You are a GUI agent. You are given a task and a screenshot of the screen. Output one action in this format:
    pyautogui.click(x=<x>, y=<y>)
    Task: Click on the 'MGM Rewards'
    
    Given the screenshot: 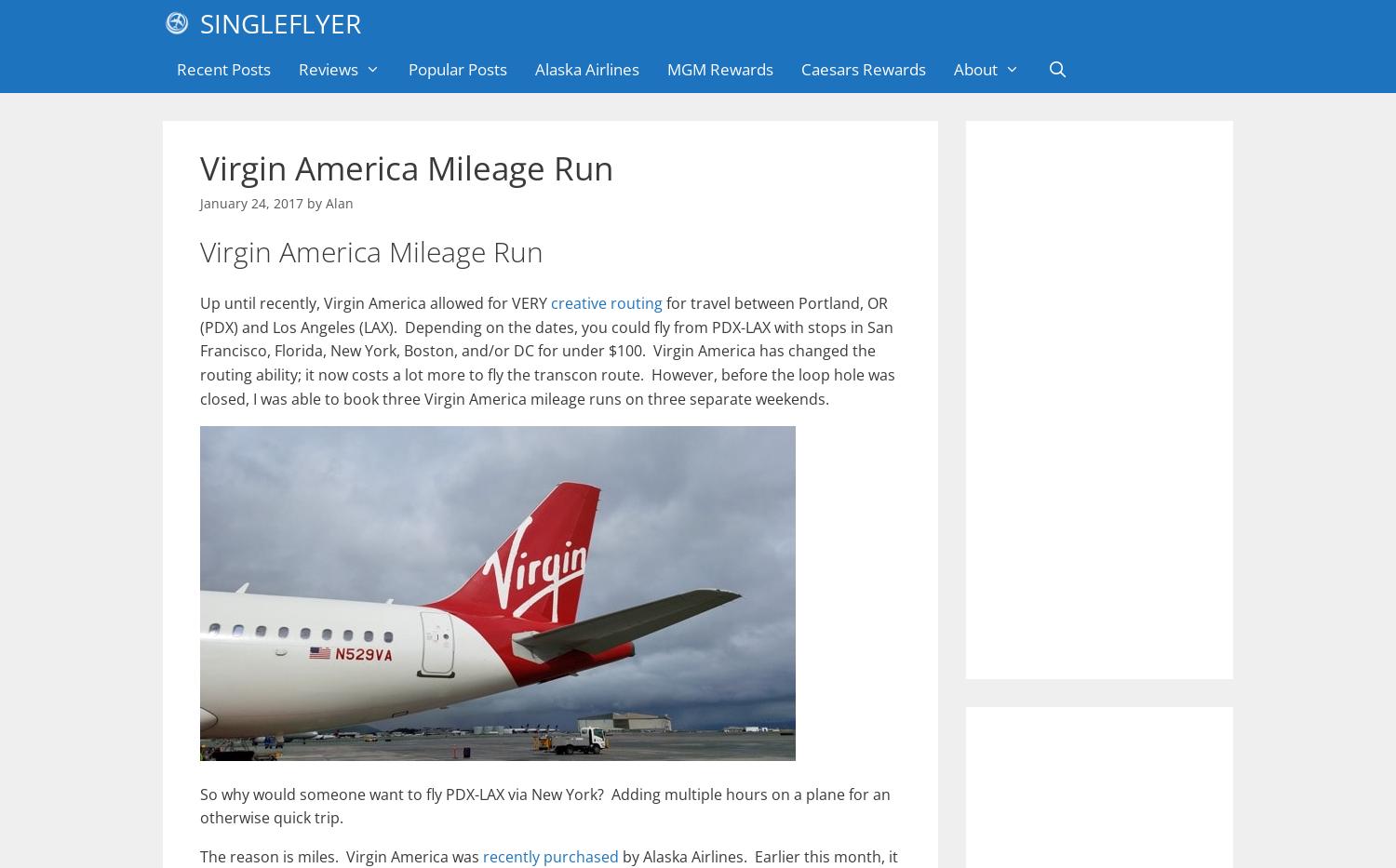 What is the action you would take?
    pyautogui.click(x=664, y=69)
    